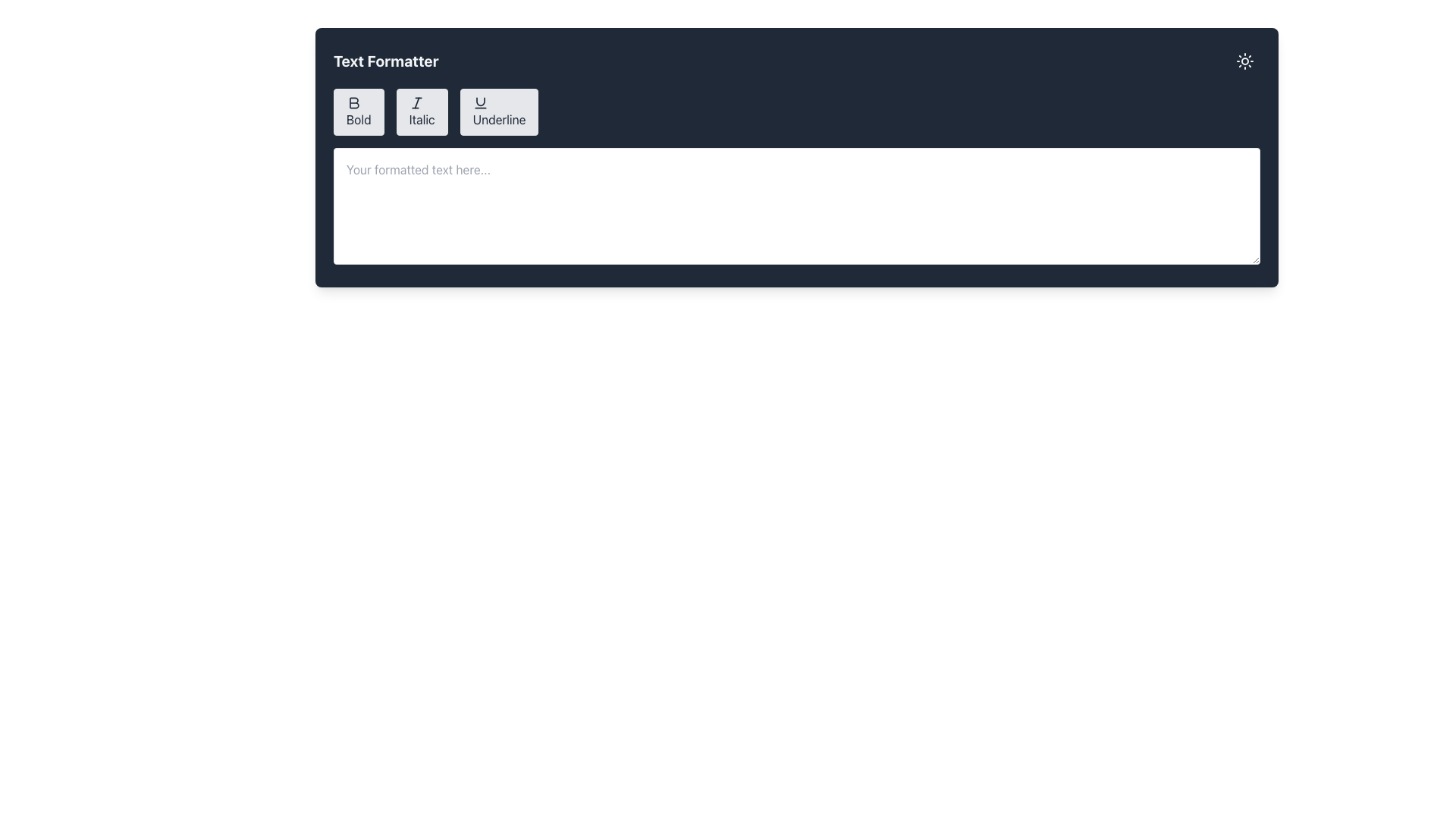 The image size is (1456, 819). I want to click on the Underline icon in the Text Formatter toolbar, so click(479, 102).